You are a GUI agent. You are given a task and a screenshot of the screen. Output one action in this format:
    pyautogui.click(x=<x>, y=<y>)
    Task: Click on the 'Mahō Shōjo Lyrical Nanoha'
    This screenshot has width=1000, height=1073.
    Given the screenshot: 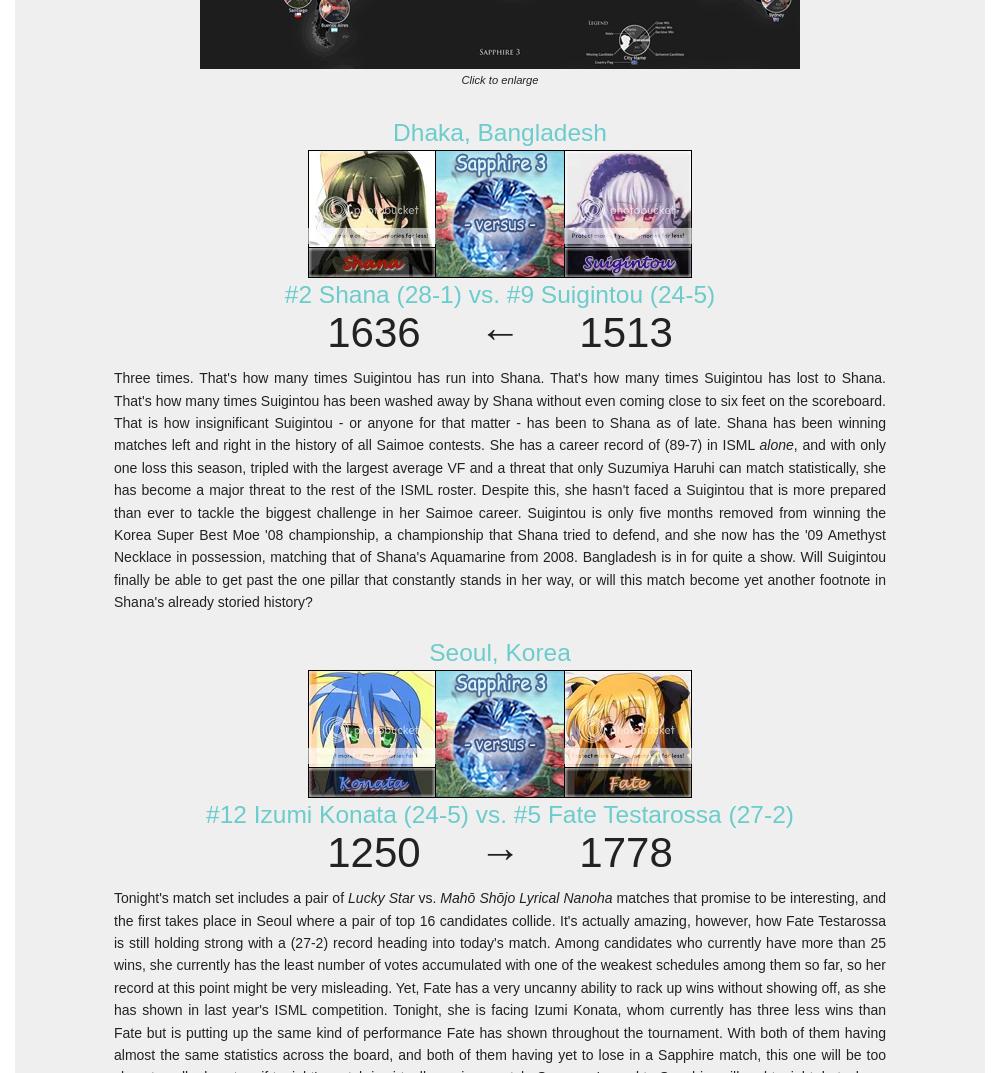 What is the action you would take?
    pyautogui.click(x=526, y=897)
    